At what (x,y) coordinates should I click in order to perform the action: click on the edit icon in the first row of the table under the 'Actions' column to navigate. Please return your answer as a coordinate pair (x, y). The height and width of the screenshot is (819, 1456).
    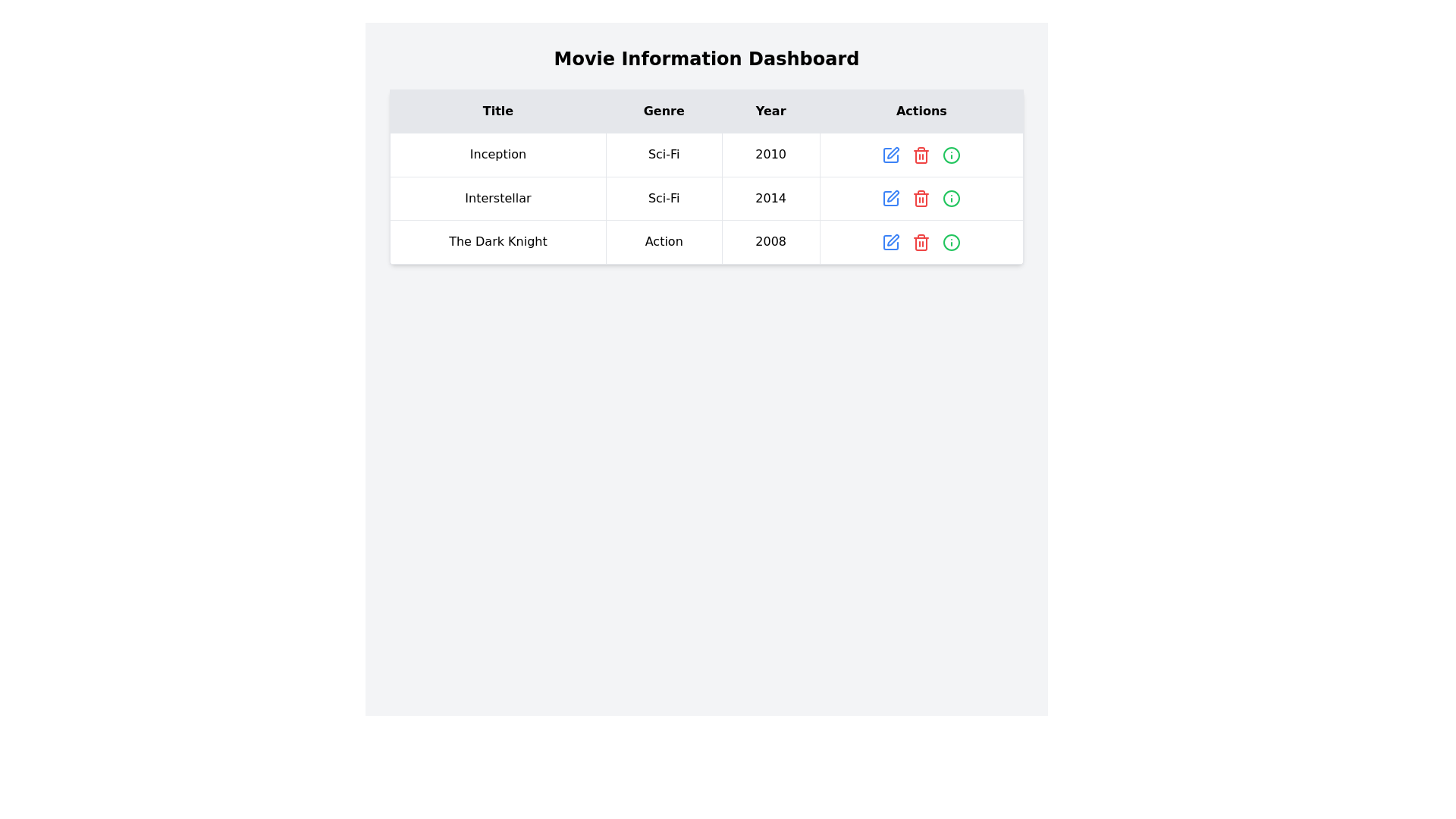
    Looking at the image, I should click on (891, 155).